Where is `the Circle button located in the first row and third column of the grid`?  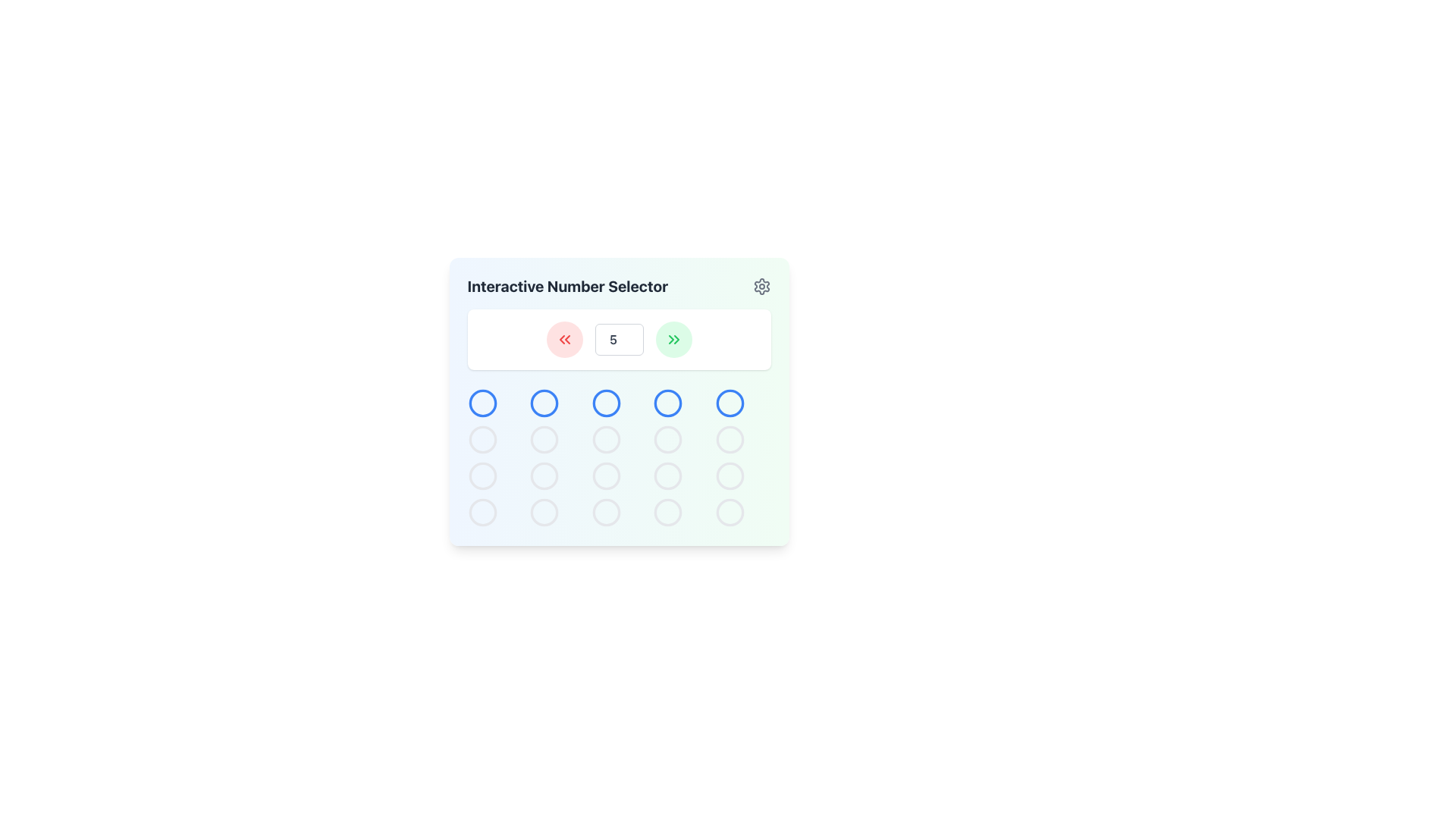
the Circle button located in the first row and third column of the grid is located at coordinates (544, 403).